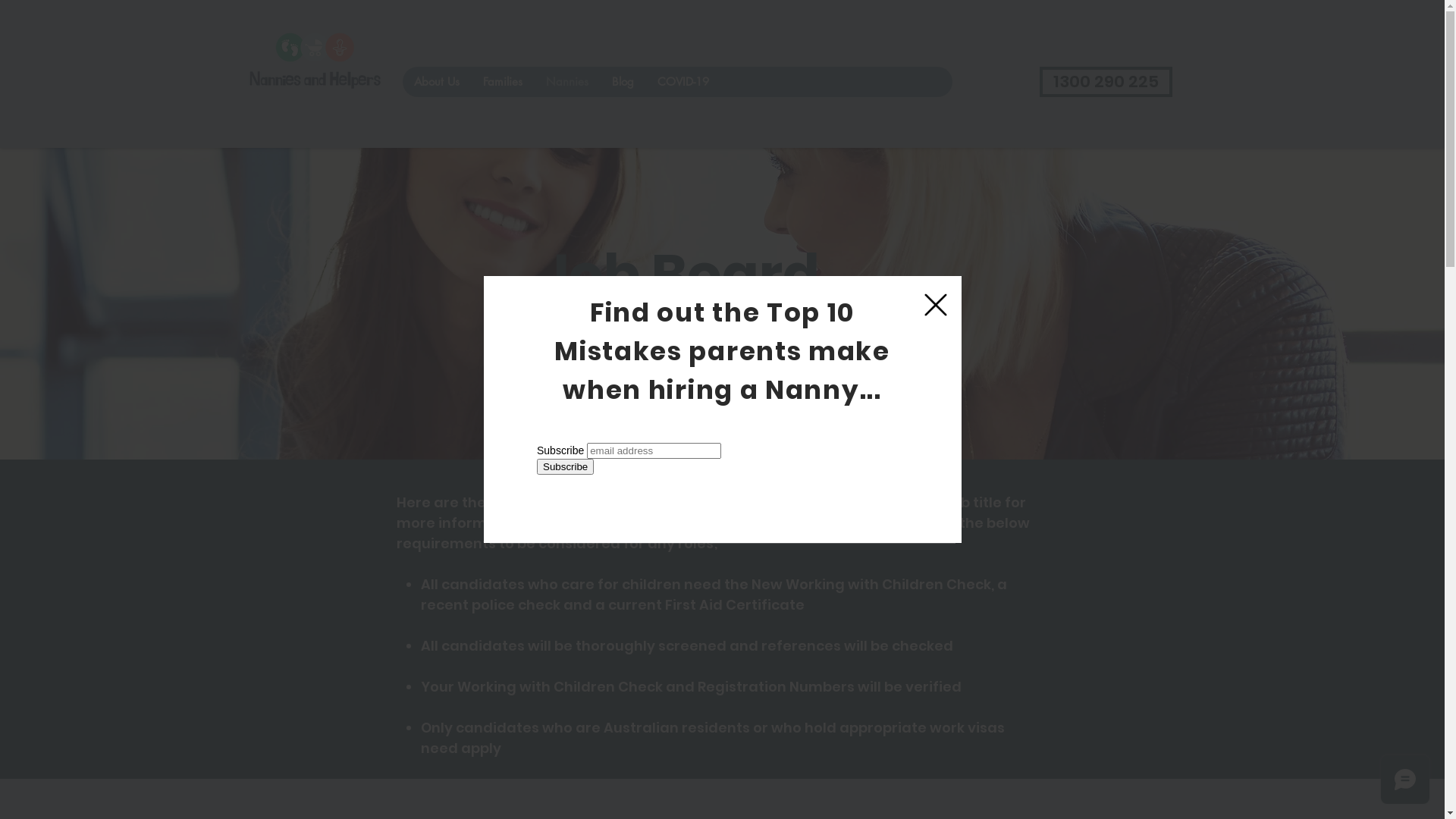  I want to click on 'Embedded Content', so click(531, 487).